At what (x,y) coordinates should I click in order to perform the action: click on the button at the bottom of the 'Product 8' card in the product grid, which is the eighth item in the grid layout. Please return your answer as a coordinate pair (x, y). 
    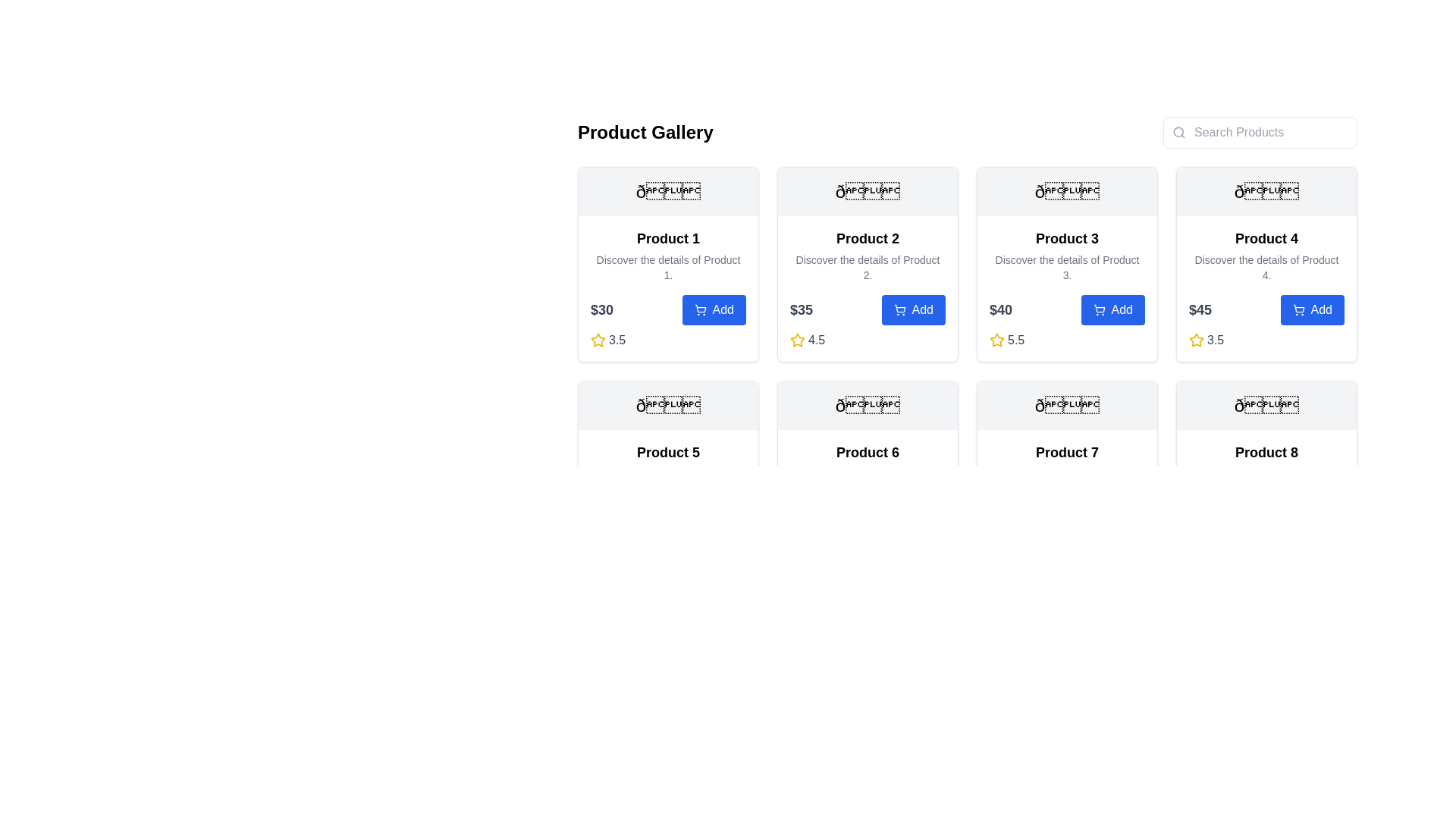
    Looking at the image, I should click on (1266, 479).